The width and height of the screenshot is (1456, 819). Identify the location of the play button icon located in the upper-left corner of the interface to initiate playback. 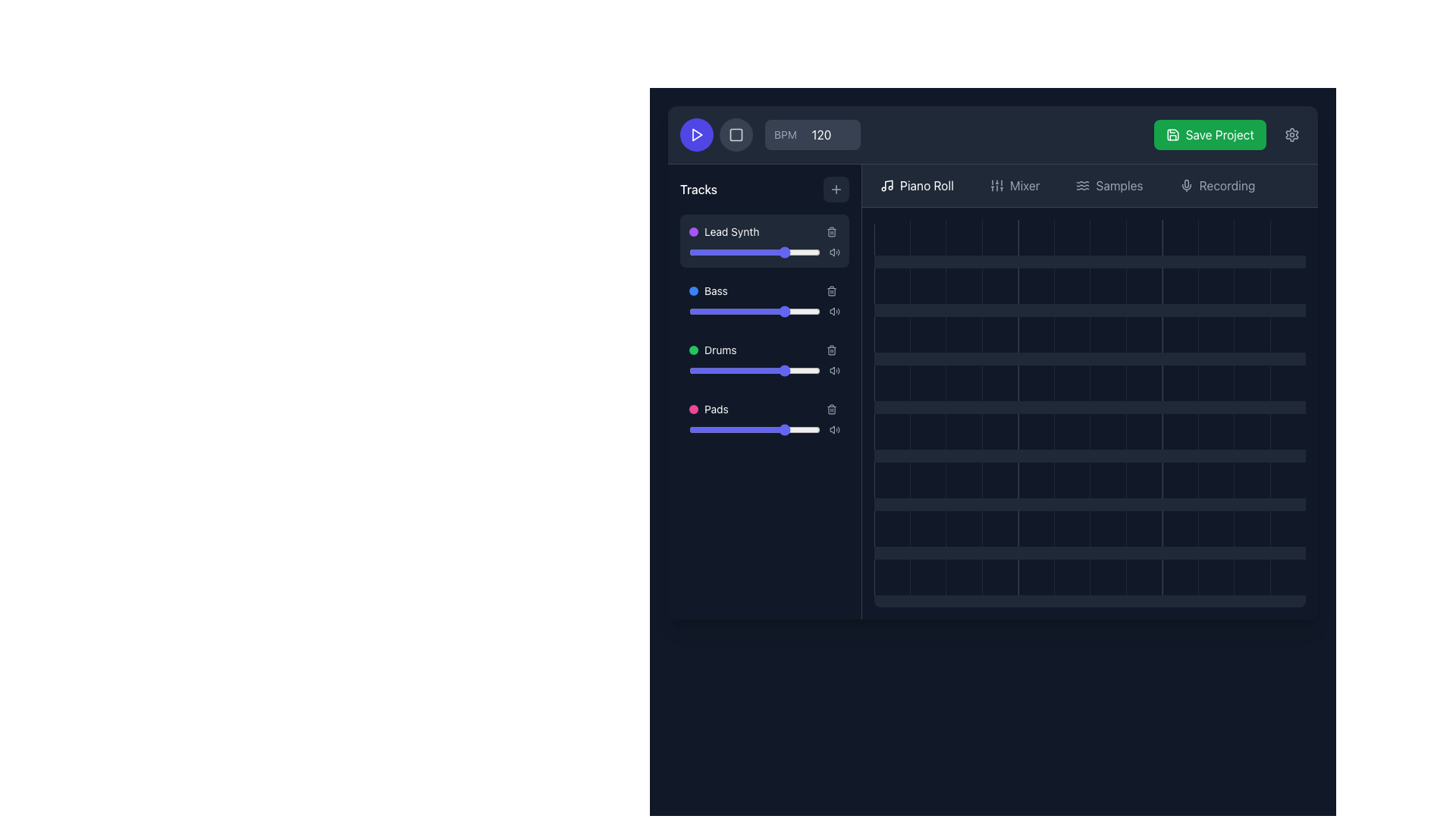
(696, 133).